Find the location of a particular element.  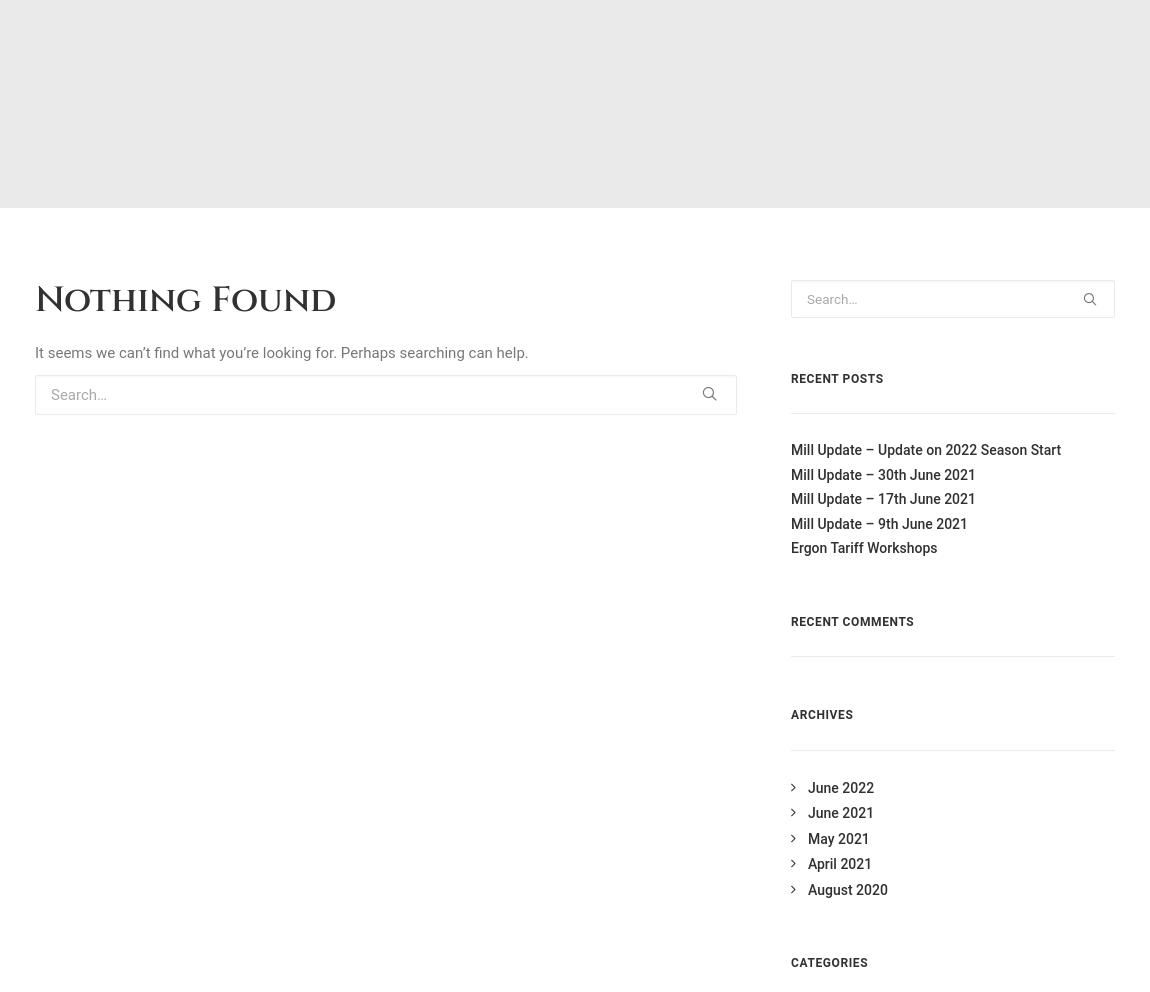

'WordPress.org' is located at coordinates (853, 382).